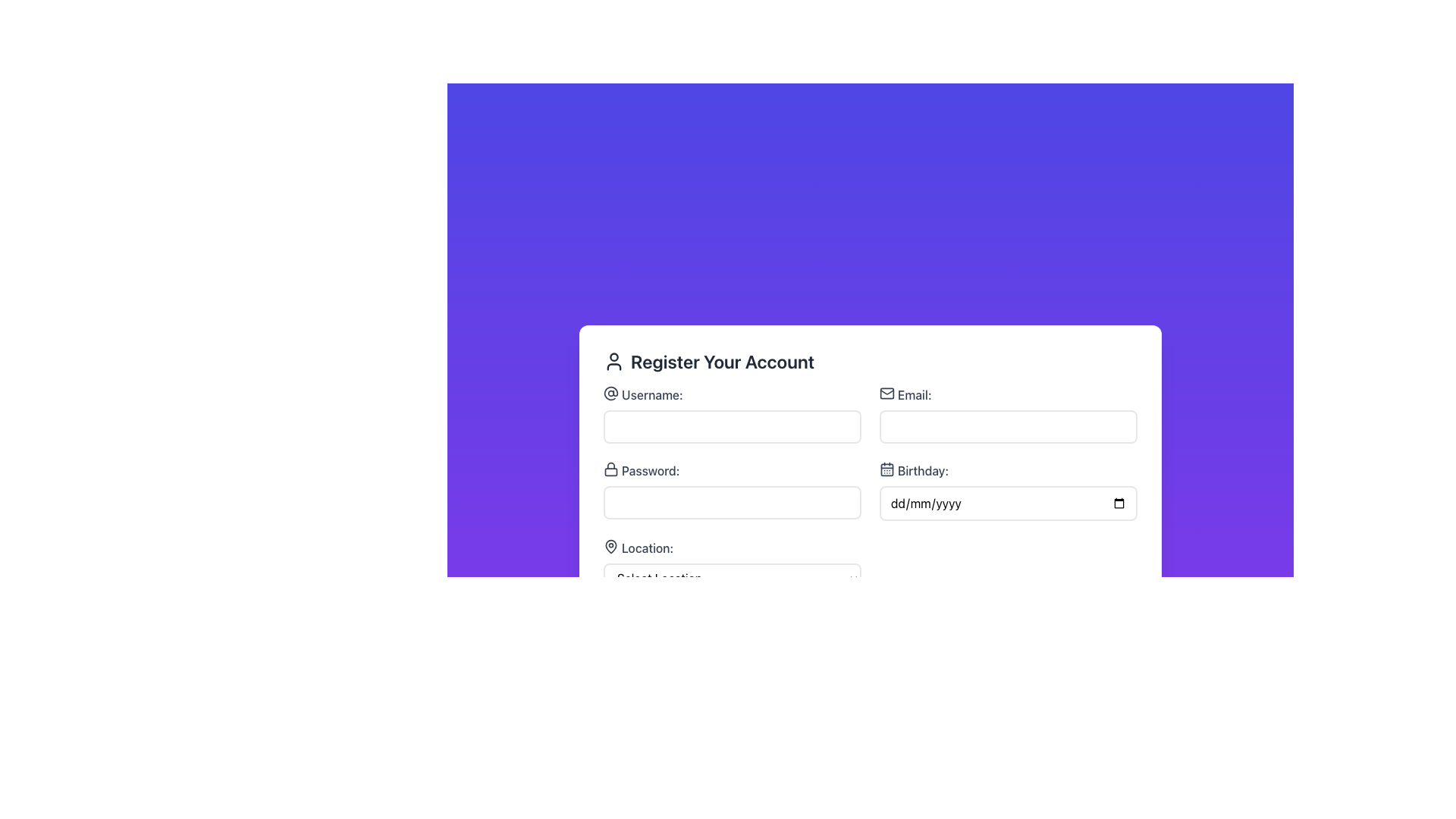 Image resolution: width=1456 pixels, height=819 pixels. I want to click on the small gray calendar icon located to the left of the 'Birthday:' text field, so click(887, 468).